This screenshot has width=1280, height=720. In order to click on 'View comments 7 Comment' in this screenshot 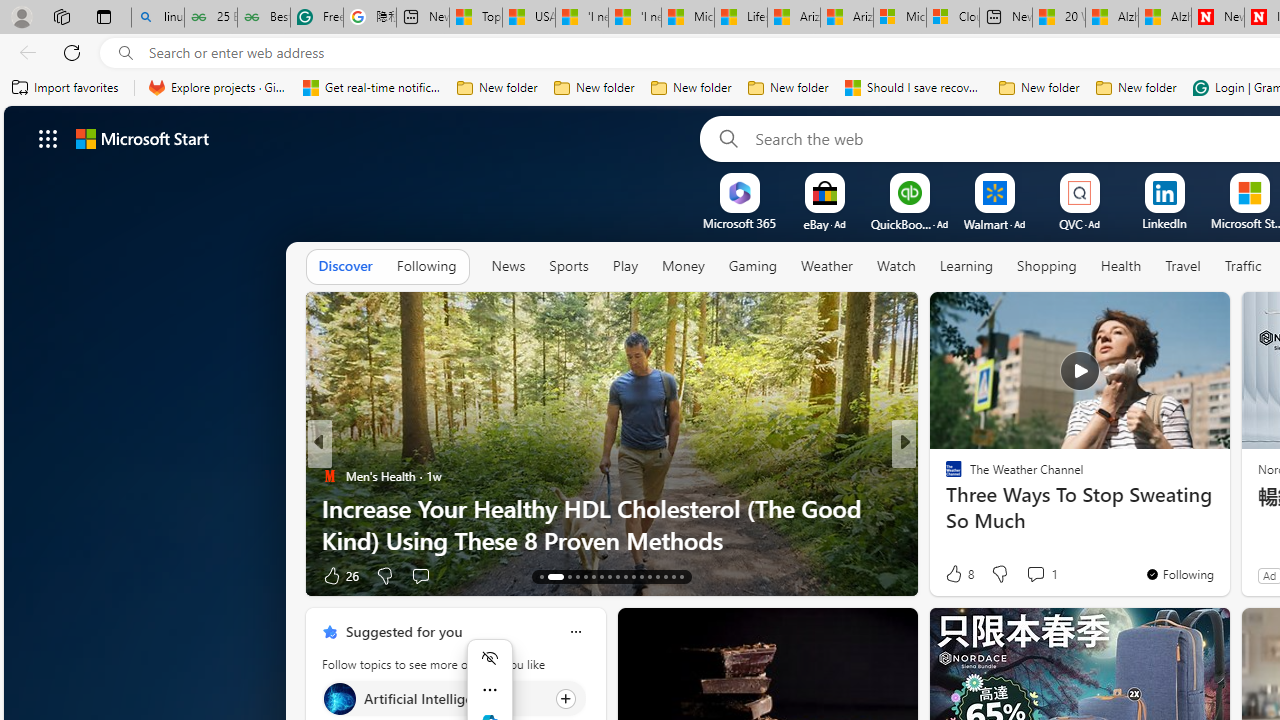, I will do `click(1036, 575)`.